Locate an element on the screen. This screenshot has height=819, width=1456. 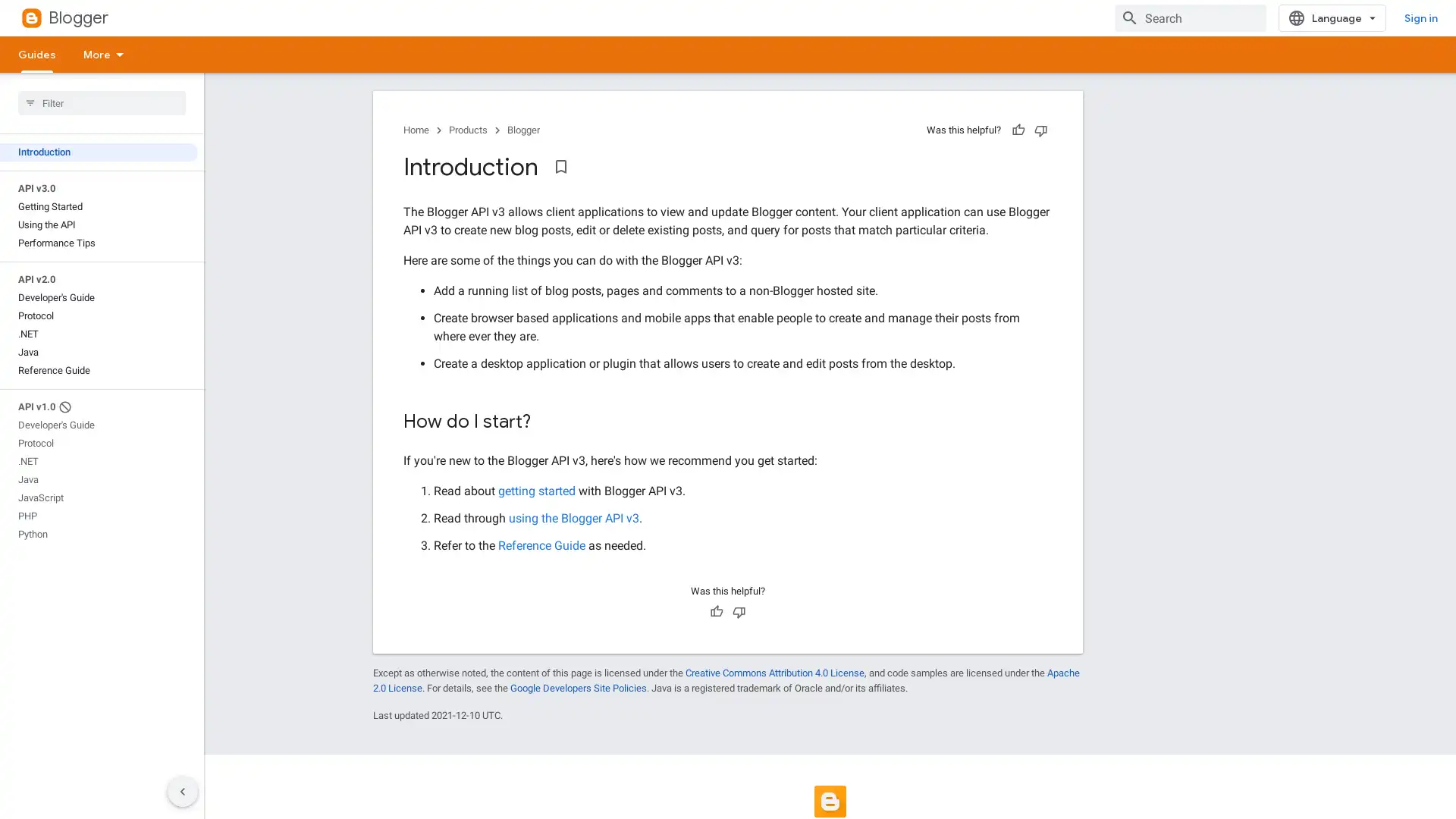
Helpful is located at coordinates (1018, 130).